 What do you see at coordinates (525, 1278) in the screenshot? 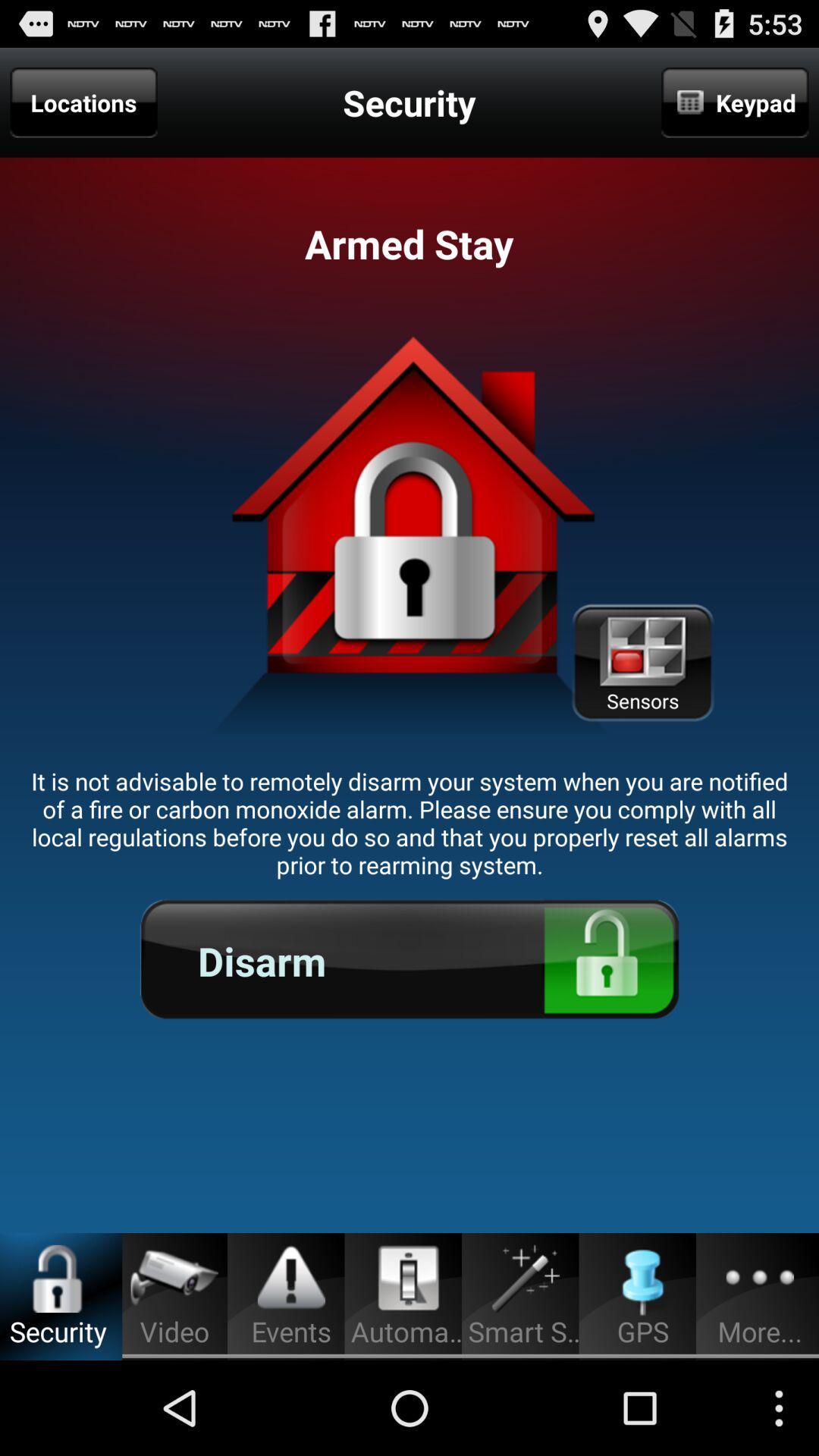
I see `icon left to gps` at bounding box center [525, 1278].